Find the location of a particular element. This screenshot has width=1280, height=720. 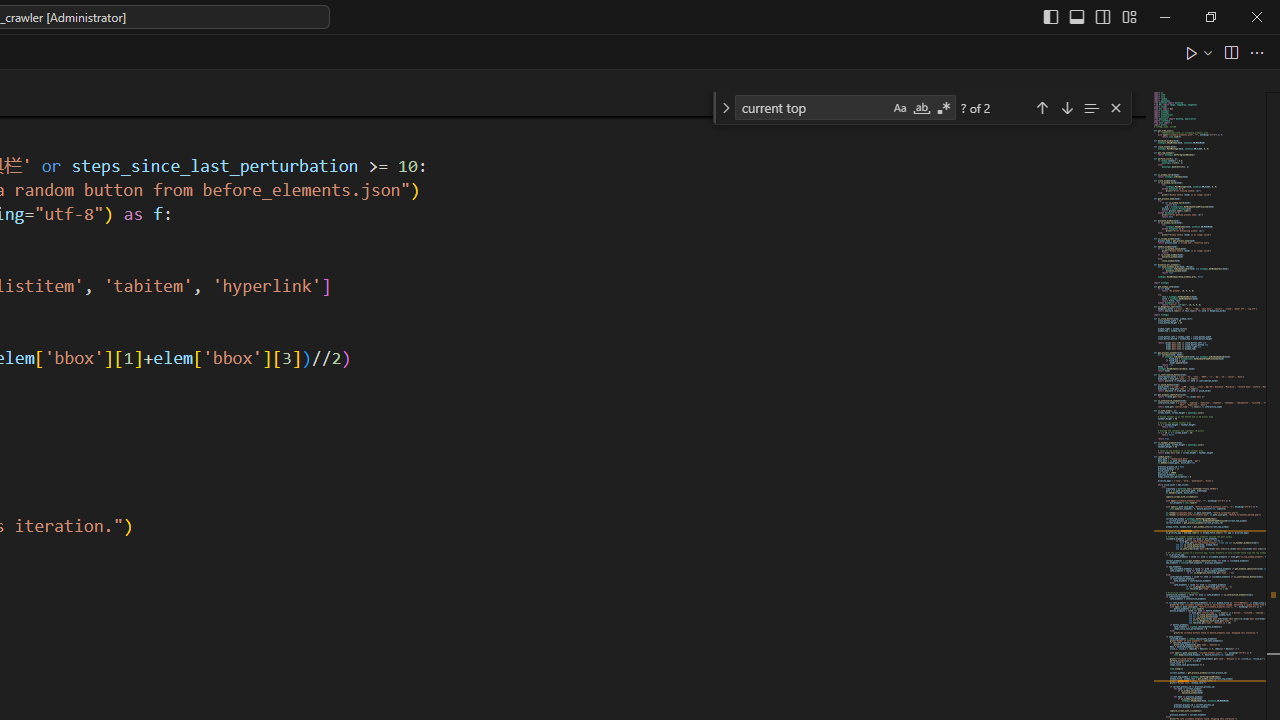

'Restore' is located at coordinates (1209, 16).